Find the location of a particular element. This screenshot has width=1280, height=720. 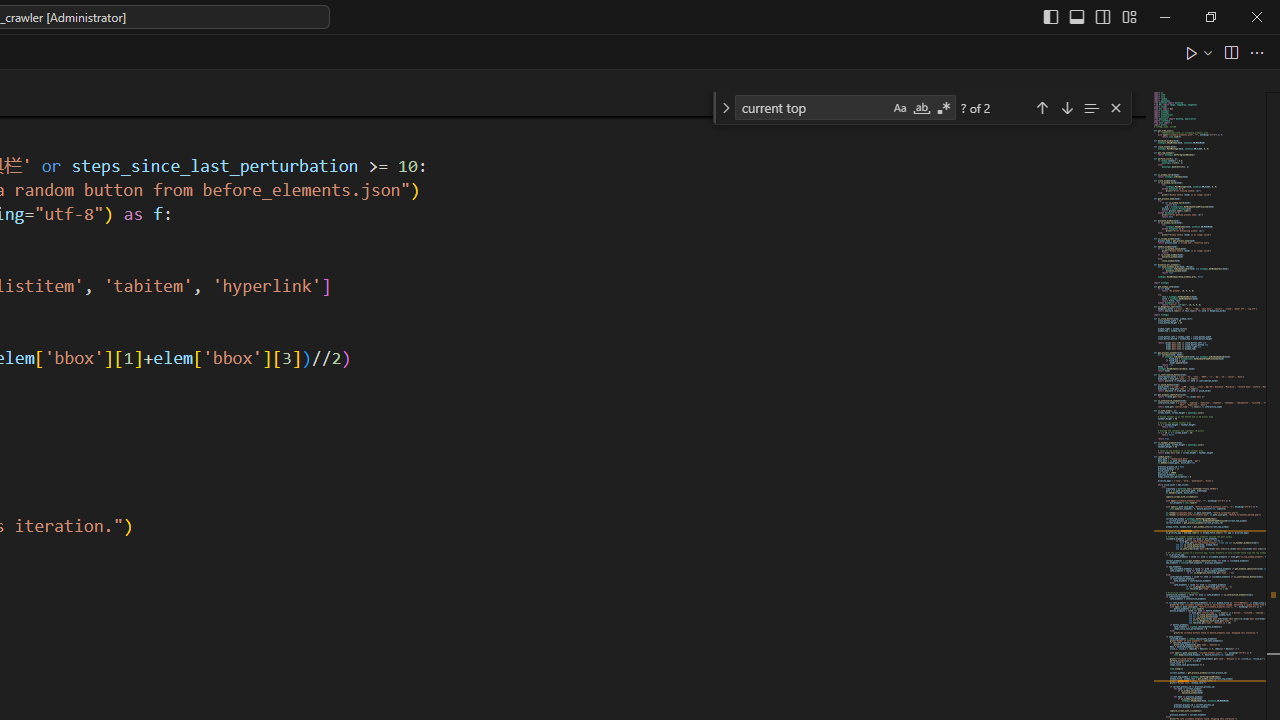

'Restore' is located at coordinates (1209, 16).